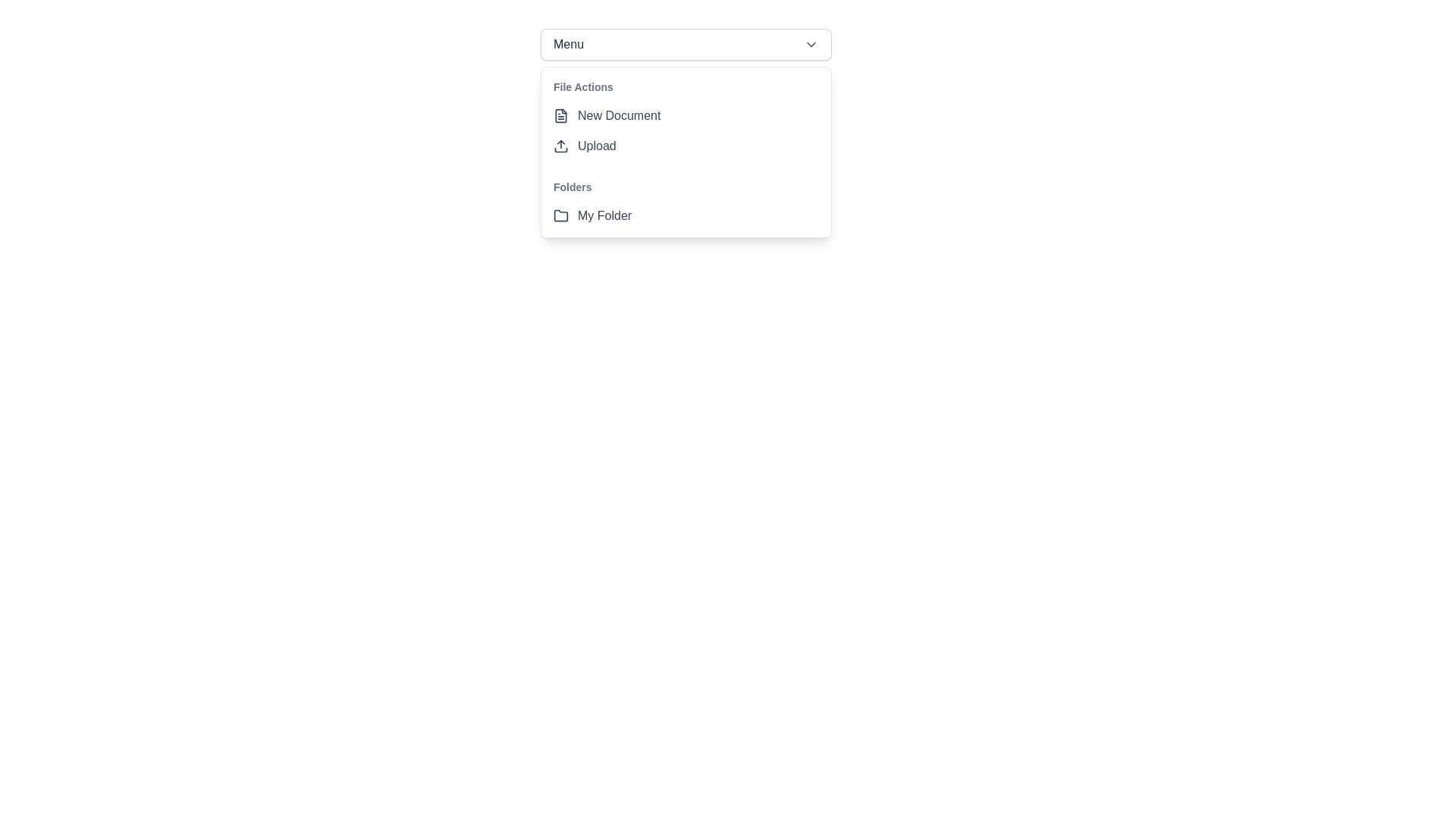 The height and width of the screenshot is (819, 1456). Describe the element at coordinates (560, 115) in the screenshot. I see `the 'New Document' icon located at the top-left section of the dropdown panel under the 'File Actions' heading` at that location.